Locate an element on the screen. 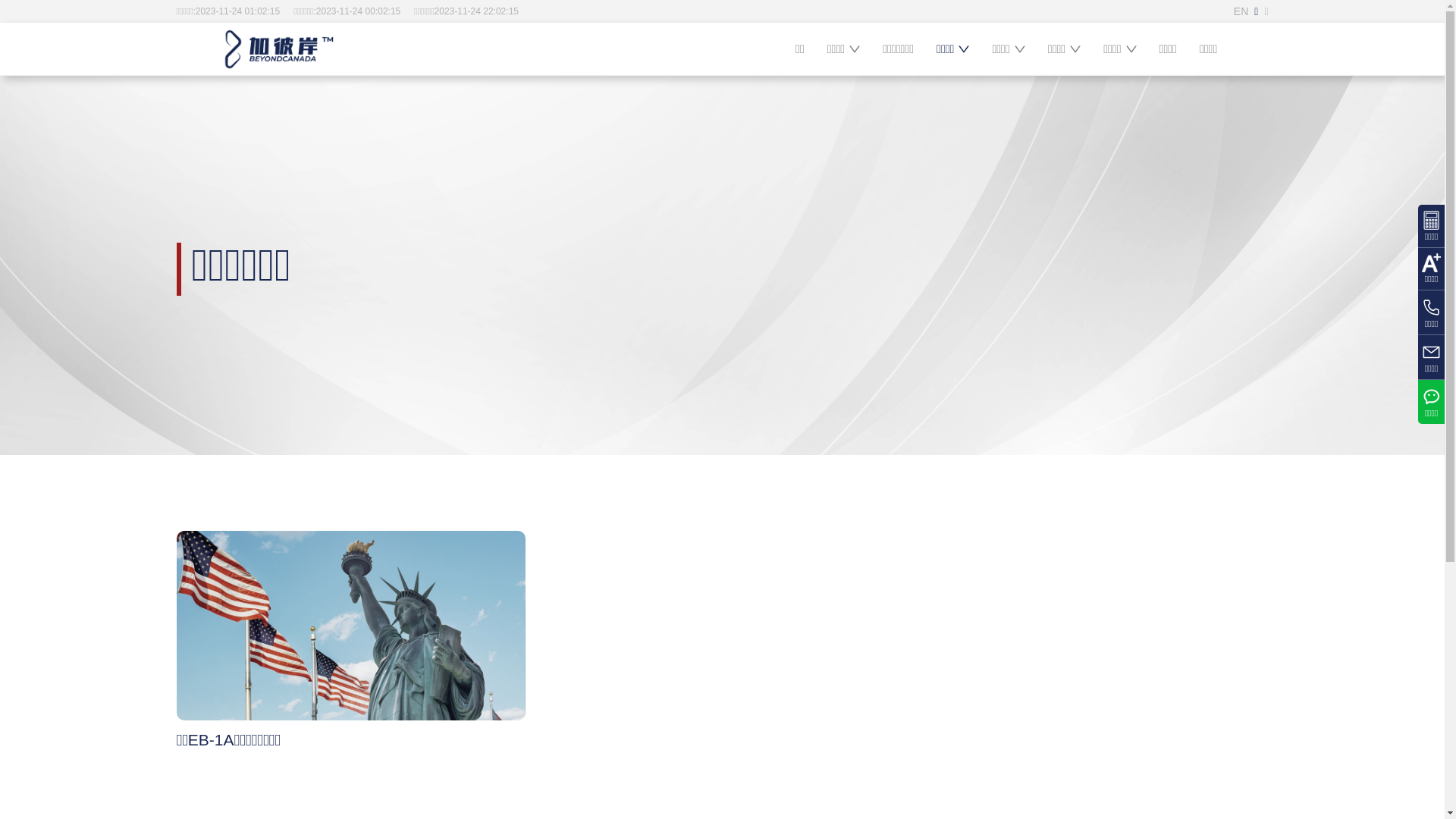 The height and width of the screenshot is (819, 1456). 'EN' is located at coordinates (1234, 11).